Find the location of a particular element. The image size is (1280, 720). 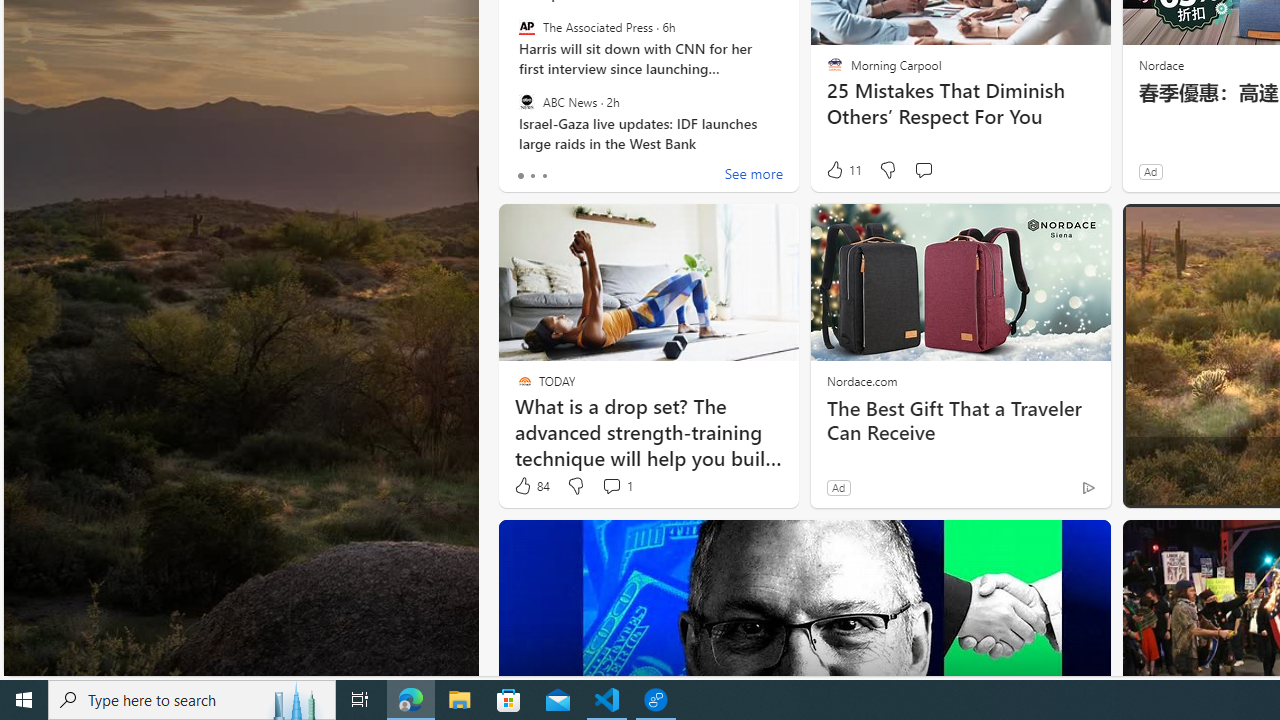

'11 Like' is located at coordinates (843, 169).